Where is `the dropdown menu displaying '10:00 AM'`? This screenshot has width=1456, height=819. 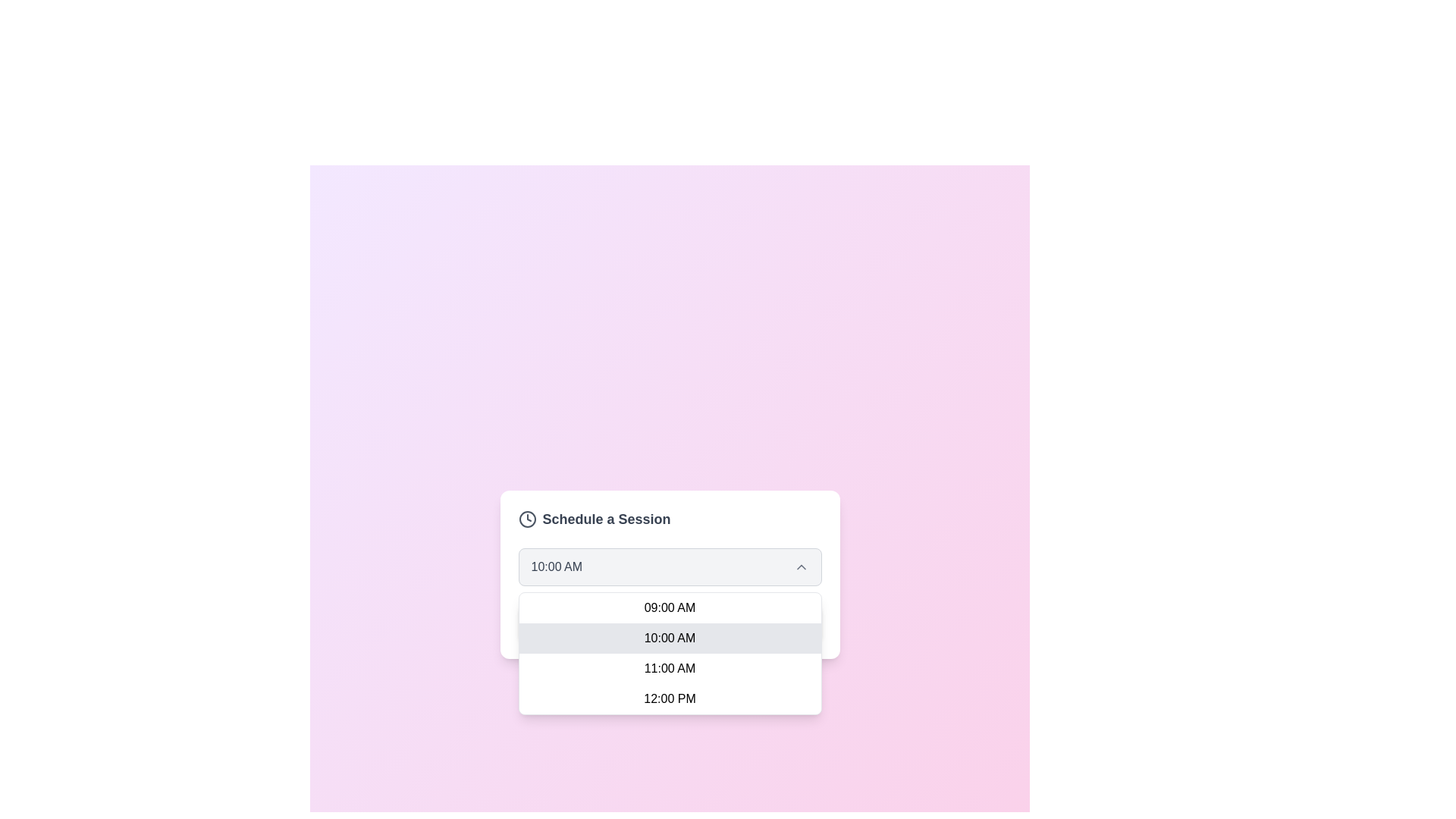
the dropdown menu displaying '10:00 AM' is located at coordinates (669, 567).